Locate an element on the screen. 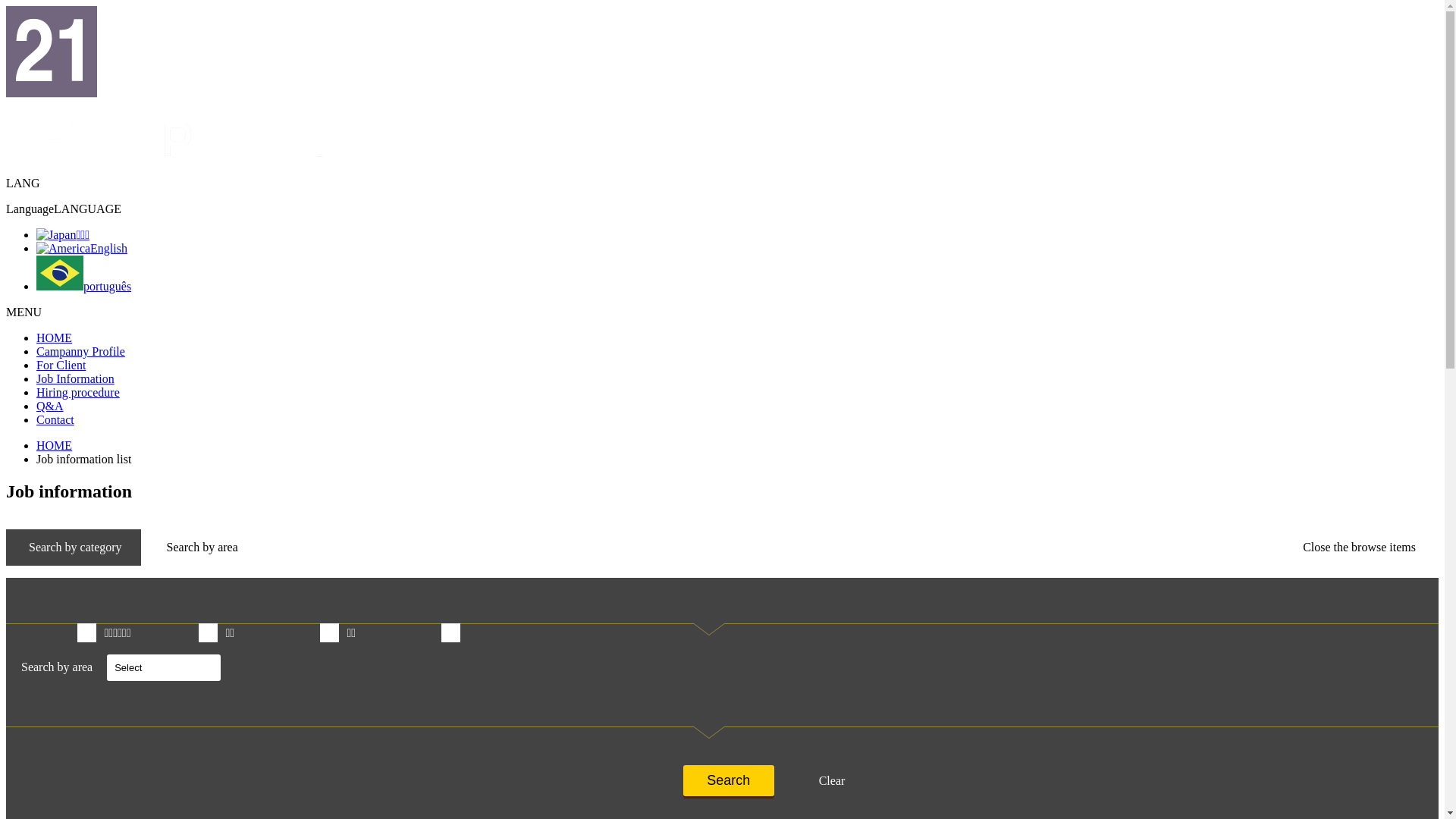  'For Client' is located at coordinates (61, 365).